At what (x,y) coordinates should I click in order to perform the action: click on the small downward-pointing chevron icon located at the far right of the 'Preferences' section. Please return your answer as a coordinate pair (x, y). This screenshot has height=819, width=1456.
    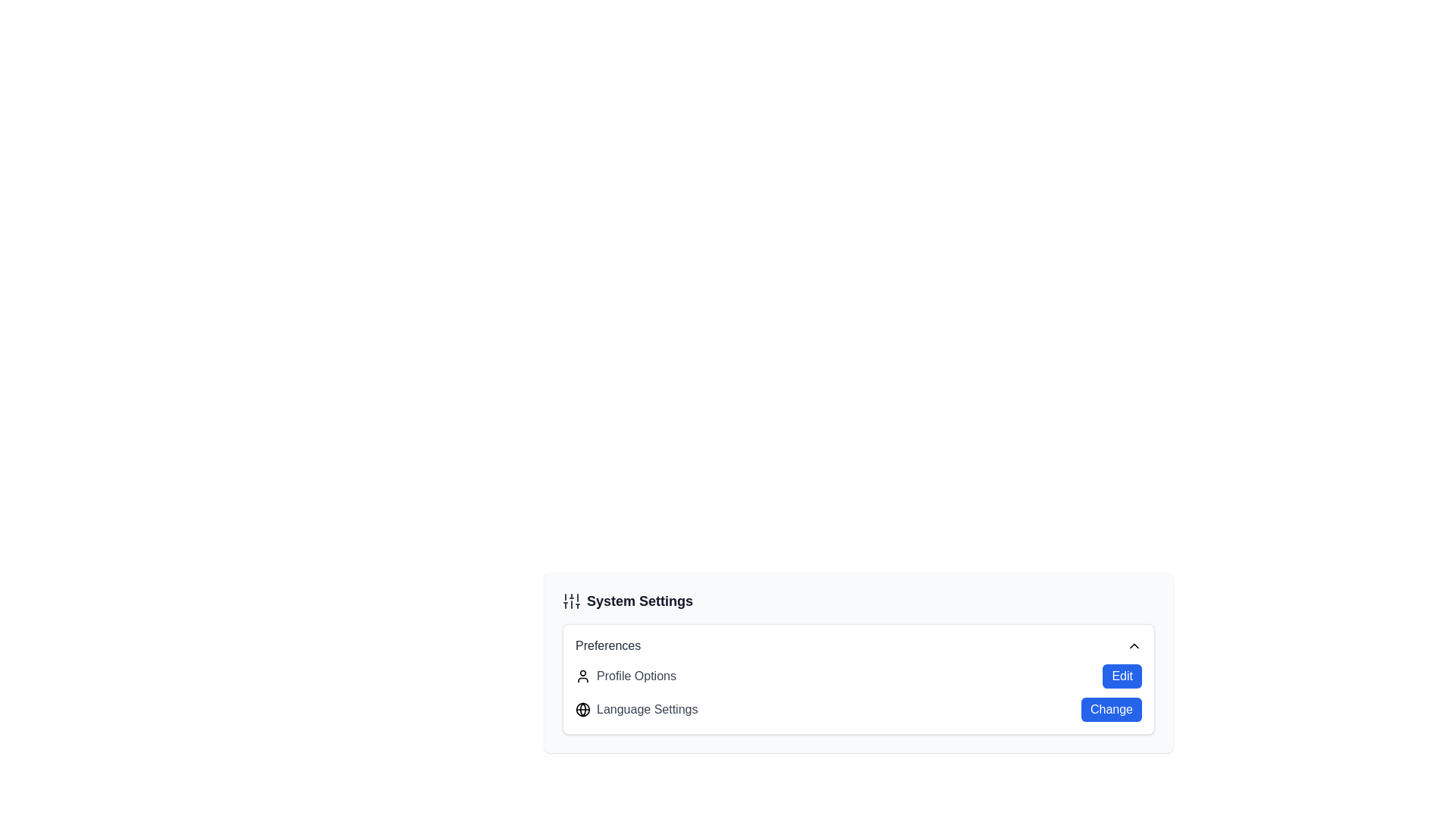
    Looking at the image, I should click on (1134, 646).